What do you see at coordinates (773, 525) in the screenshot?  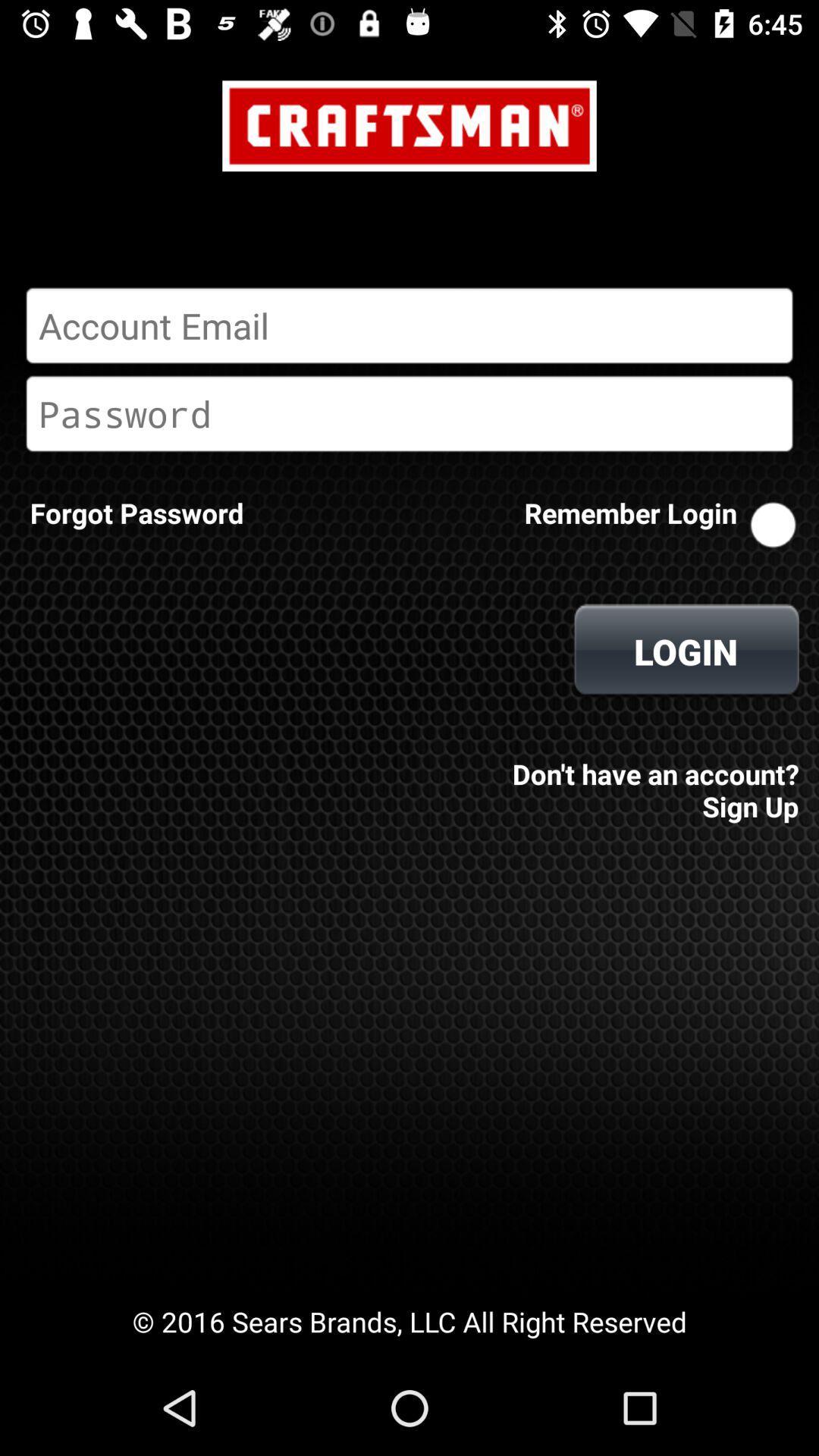 I see `remember login` at bounding box center [773, 525].